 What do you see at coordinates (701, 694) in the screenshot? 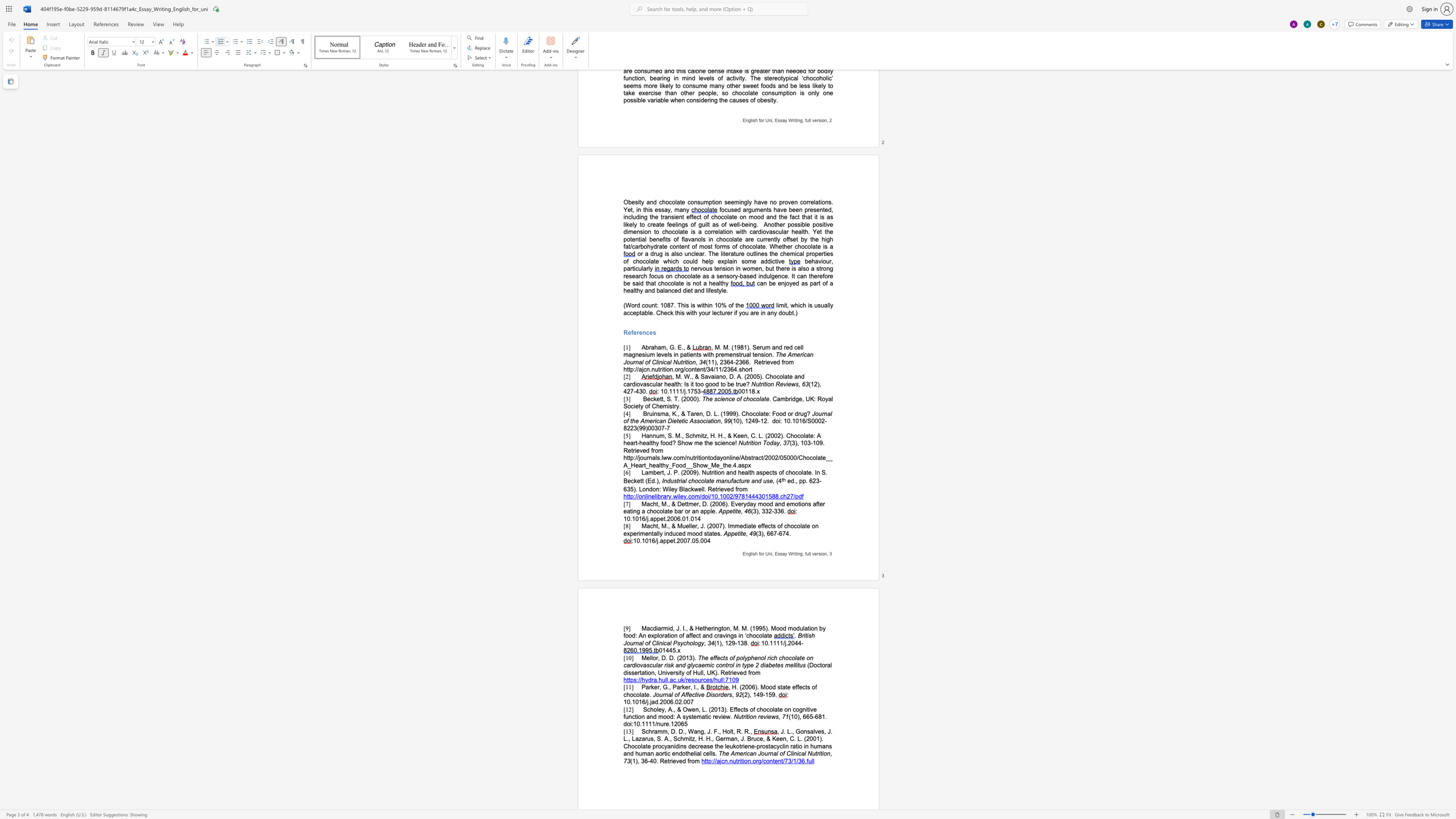
I see `the space between the continuous character "v" and "e" in the text` at bounding box center [701, 694].